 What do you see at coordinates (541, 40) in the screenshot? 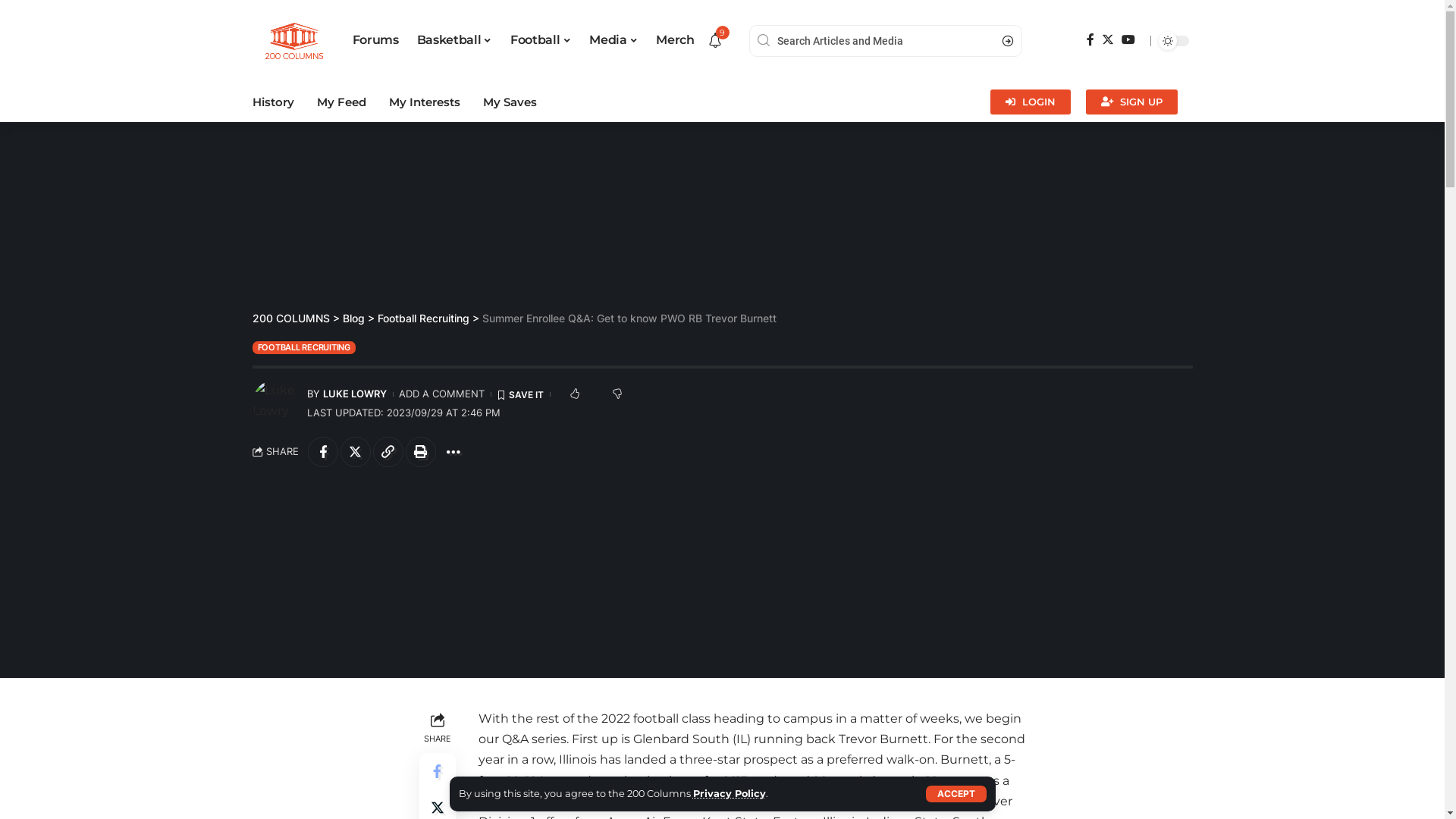
I see `'Football'` at bounding box center [541, 40].